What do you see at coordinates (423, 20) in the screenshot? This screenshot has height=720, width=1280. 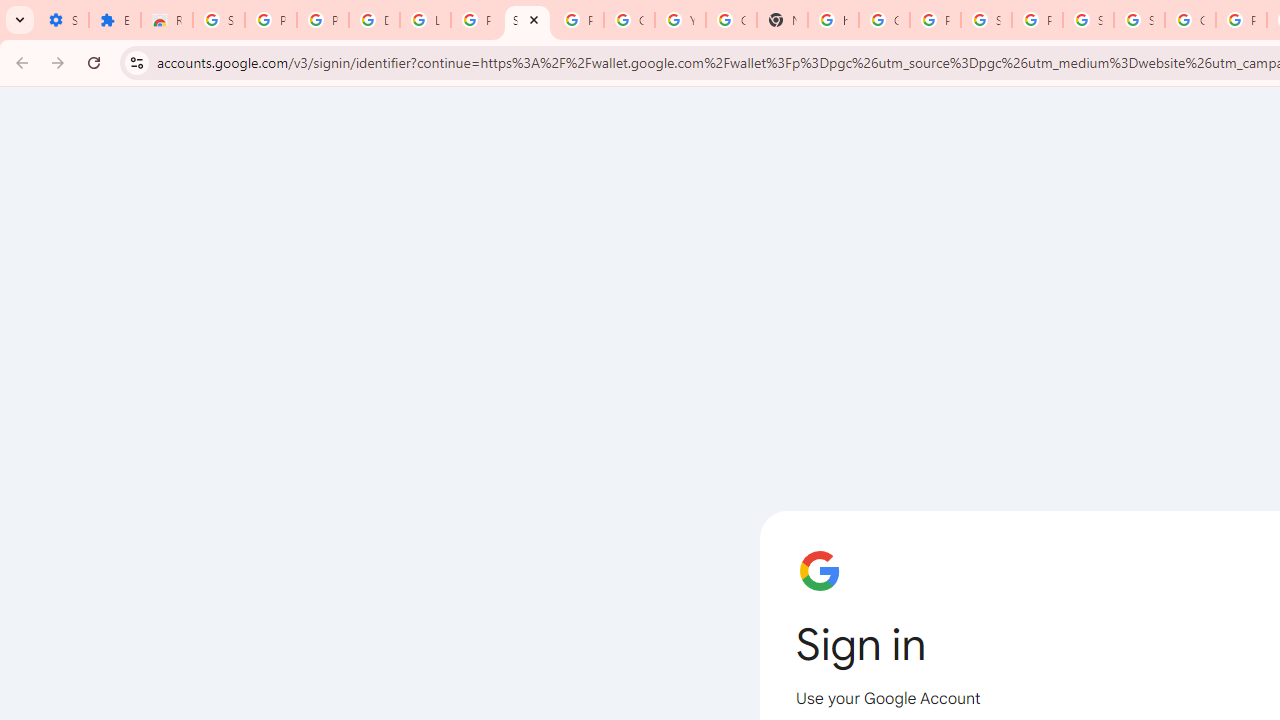 I see `'Learn how to find your photos - Google Photos Help'` at bounding box center [423, 20].